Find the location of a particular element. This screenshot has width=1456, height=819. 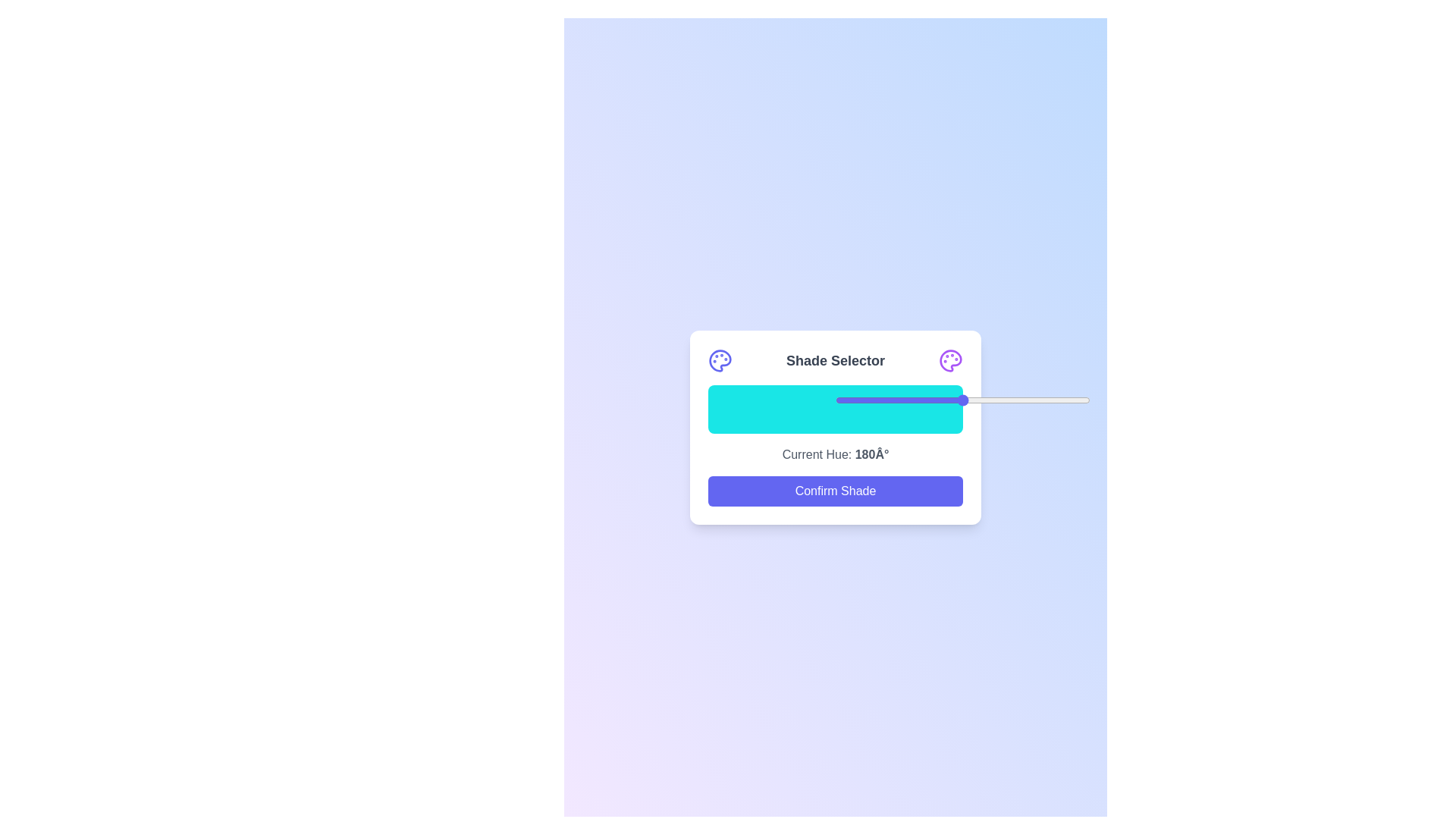

the shade slider to 24 to observe the corresponding color is located at coordinates (769, 409).